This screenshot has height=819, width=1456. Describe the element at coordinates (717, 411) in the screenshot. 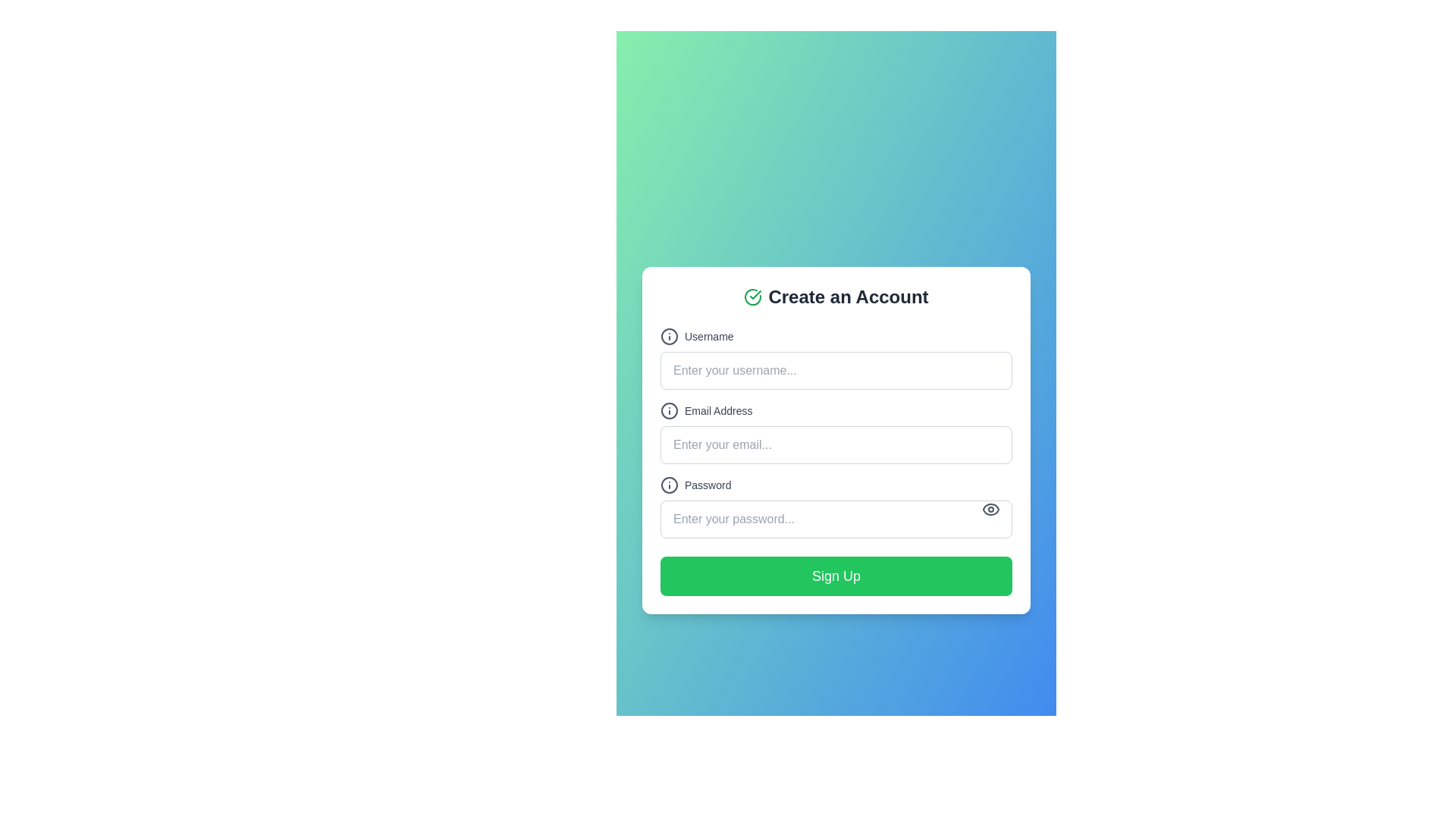

I see `the text label reading 'Email Address', which is styled in a small gray font and positioned between an information icon and an email input box` at that location.